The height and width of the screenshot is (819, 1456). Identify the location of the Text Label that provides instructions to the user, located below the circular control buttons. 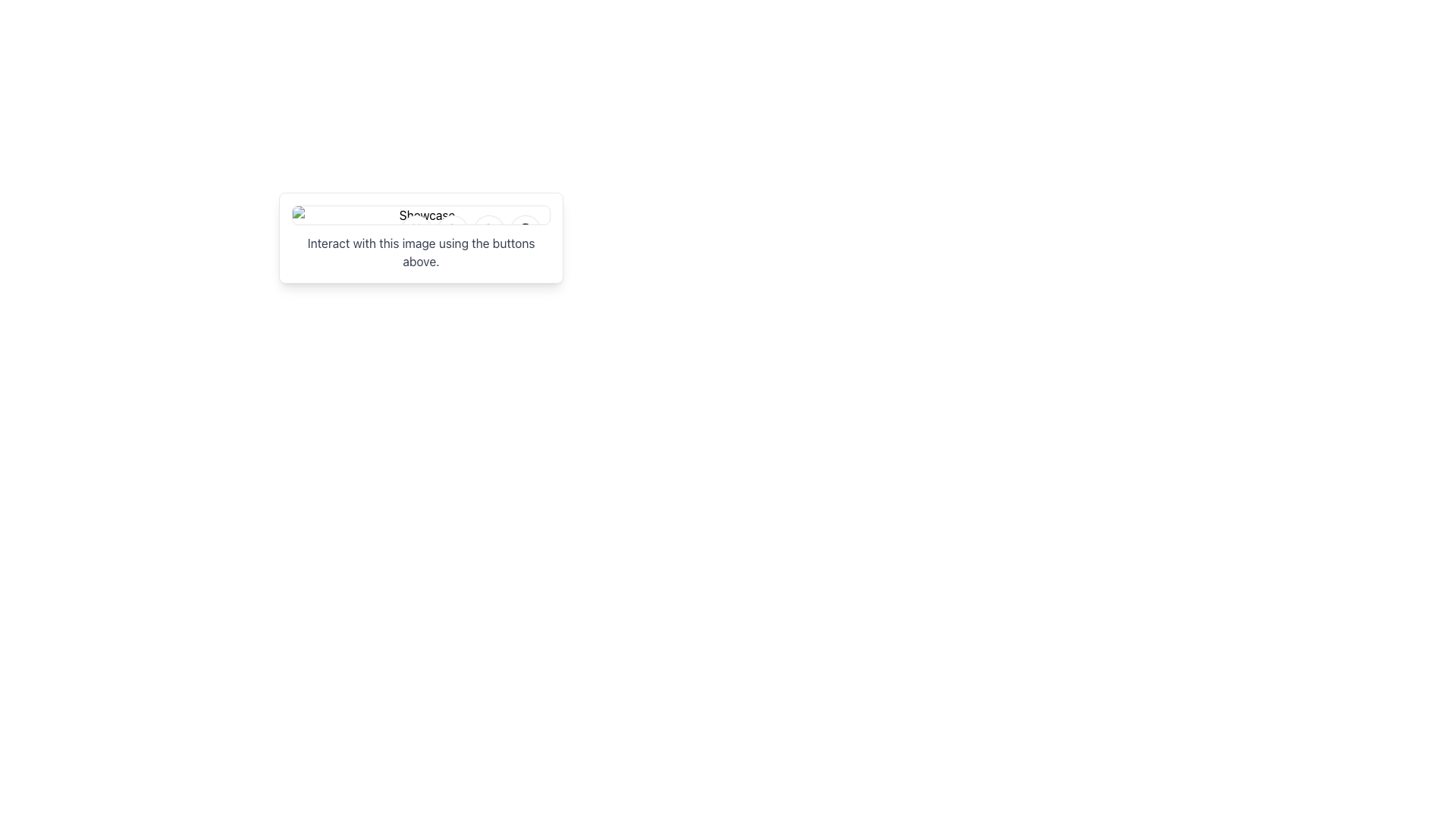
(421, 251).